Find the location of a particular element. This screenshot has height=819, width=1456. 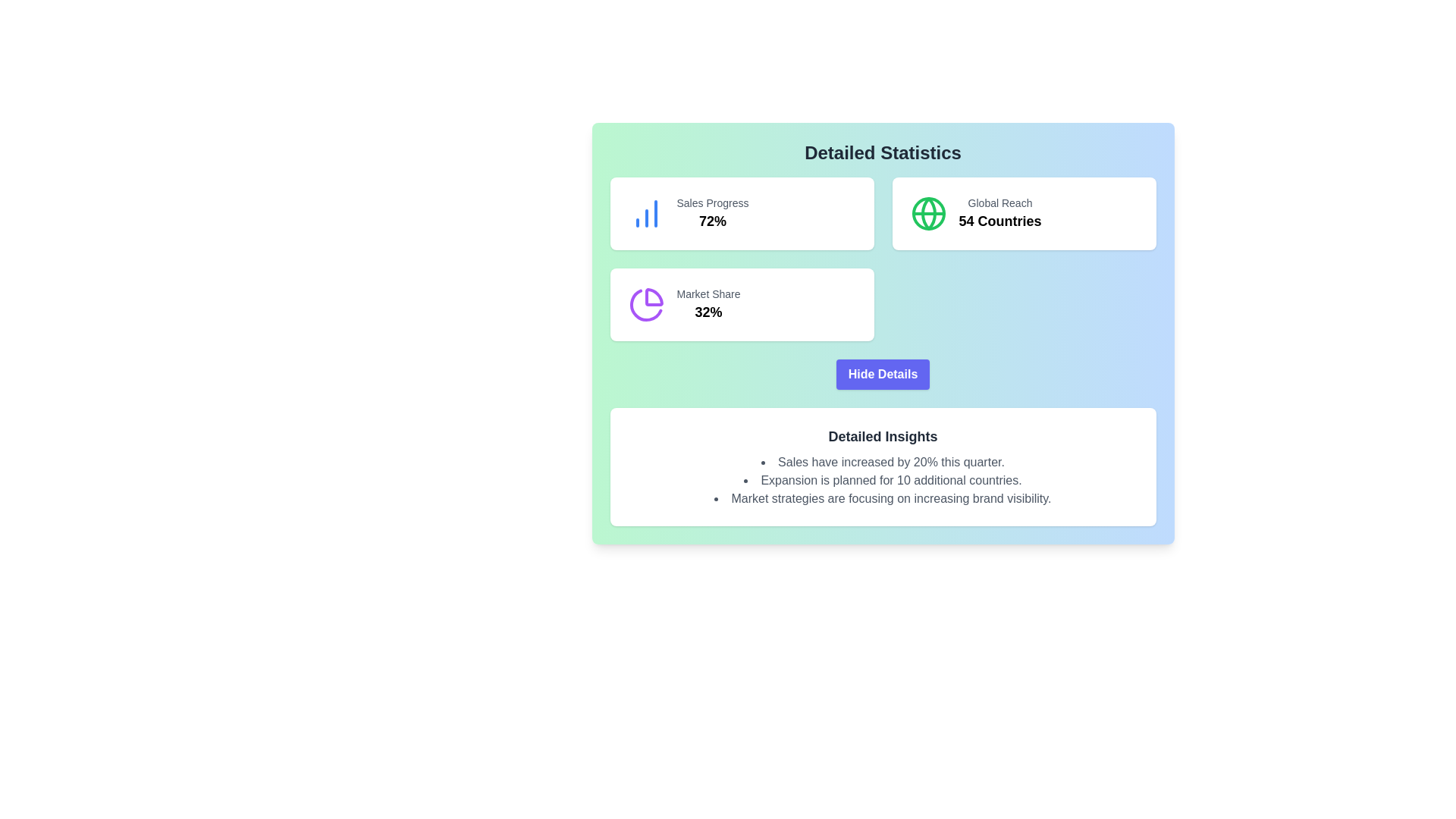

the 'Market Share' text label, which is styled in gray and serves as a descriptor for the bold percentage '32%' within its card layout is located at coordinates (708, 294).